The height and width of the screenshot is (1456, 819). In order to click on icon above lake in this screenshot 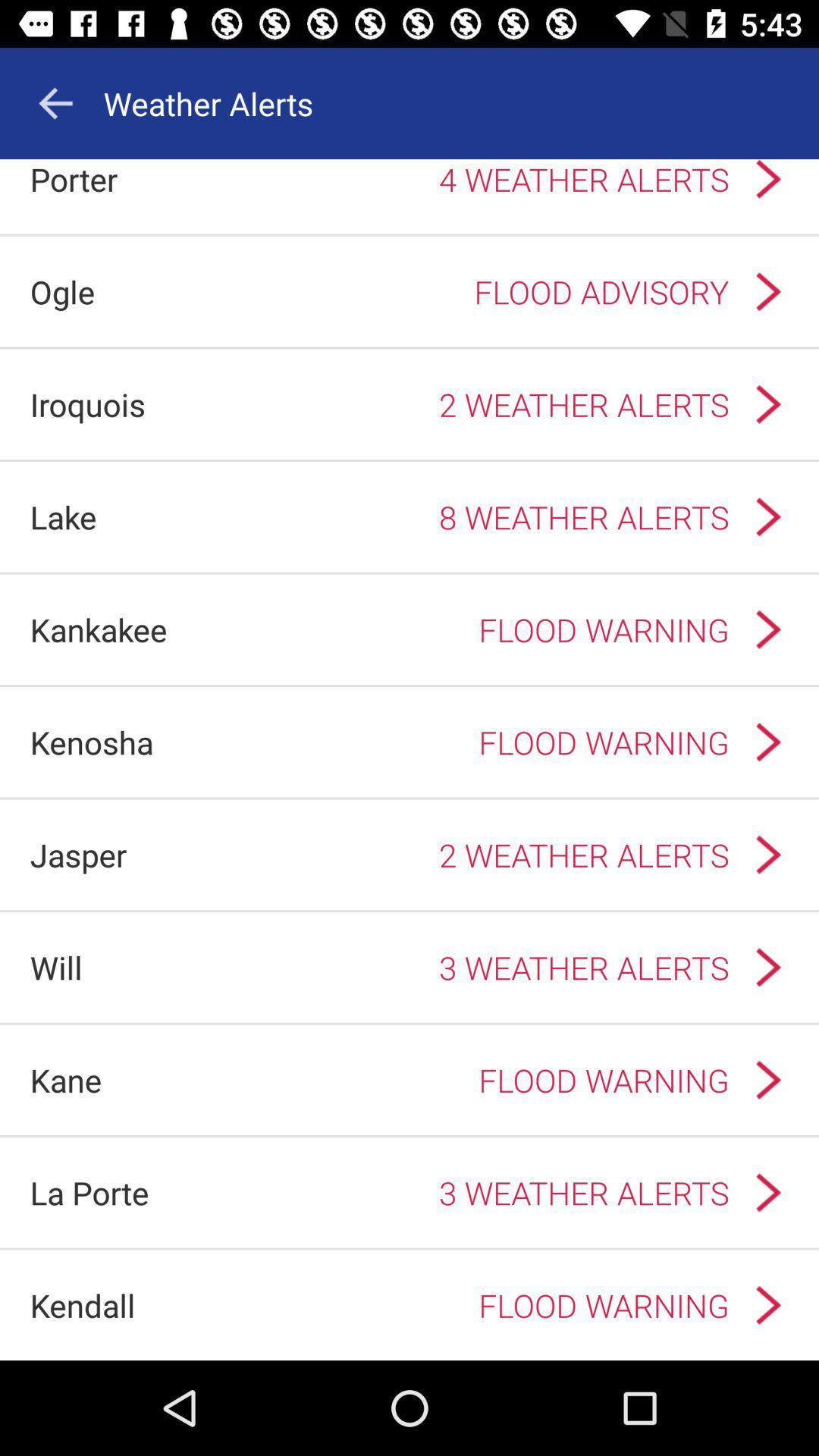, I will do `click(87, 404)`.